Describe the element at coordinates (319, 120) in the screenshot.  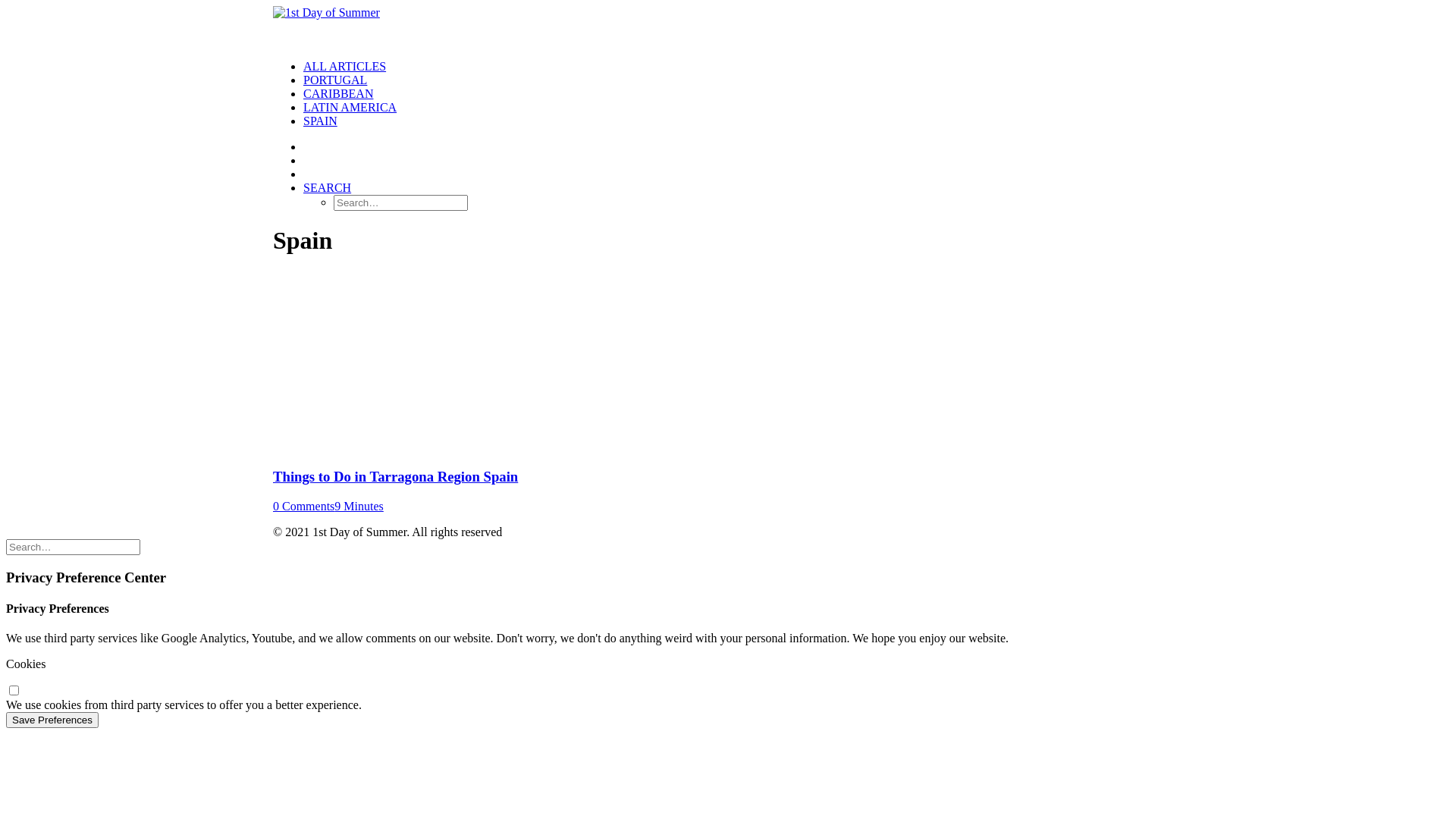
I see `'SPAIN'` at that location.